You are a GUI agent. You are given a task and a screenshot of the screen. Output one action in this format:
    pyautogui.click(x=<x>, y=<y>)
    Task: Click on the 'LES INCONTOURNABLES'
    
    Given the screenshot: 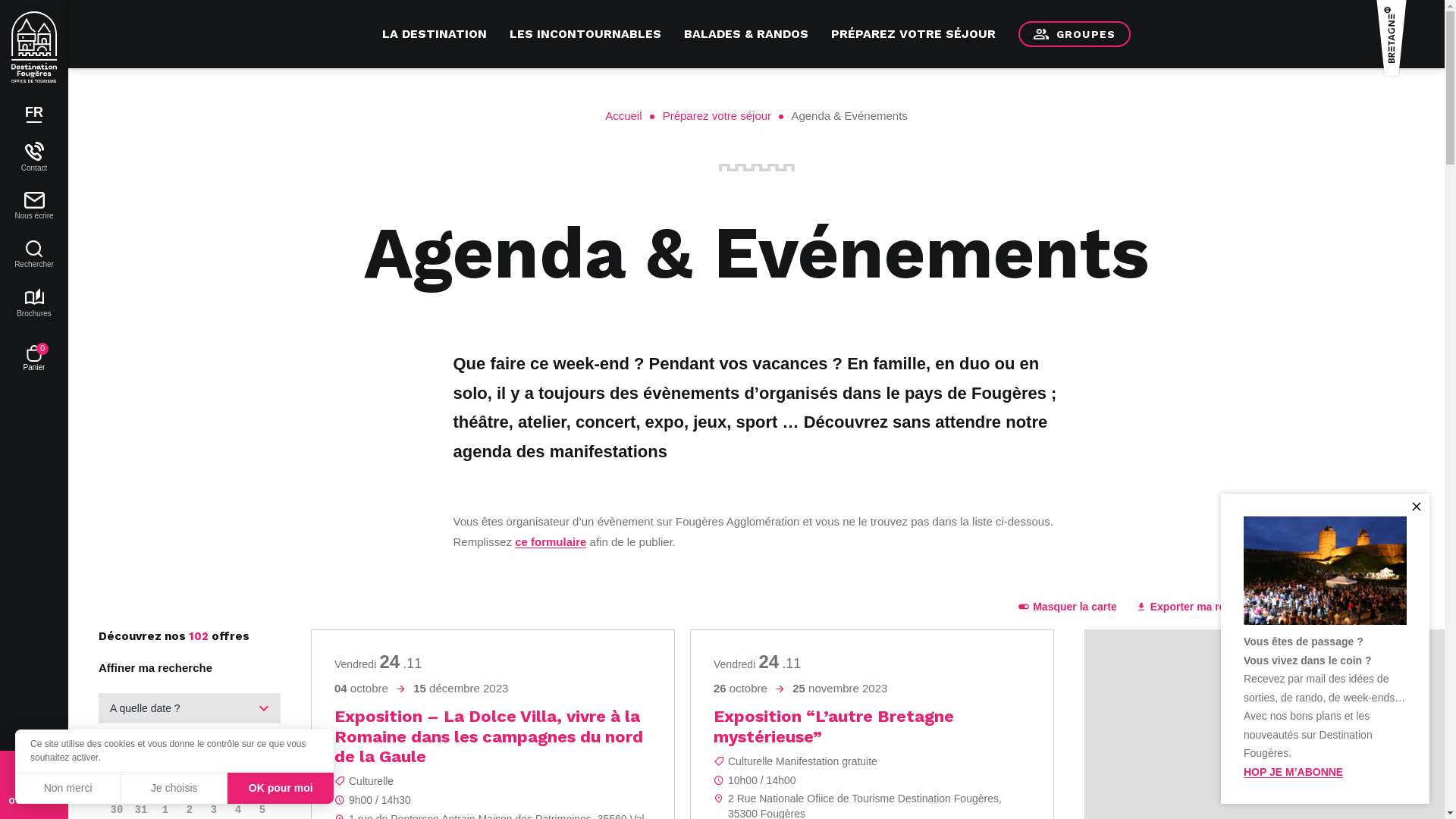 What is the action you would take?
    pyautogui.click(x=585, y=34)
    